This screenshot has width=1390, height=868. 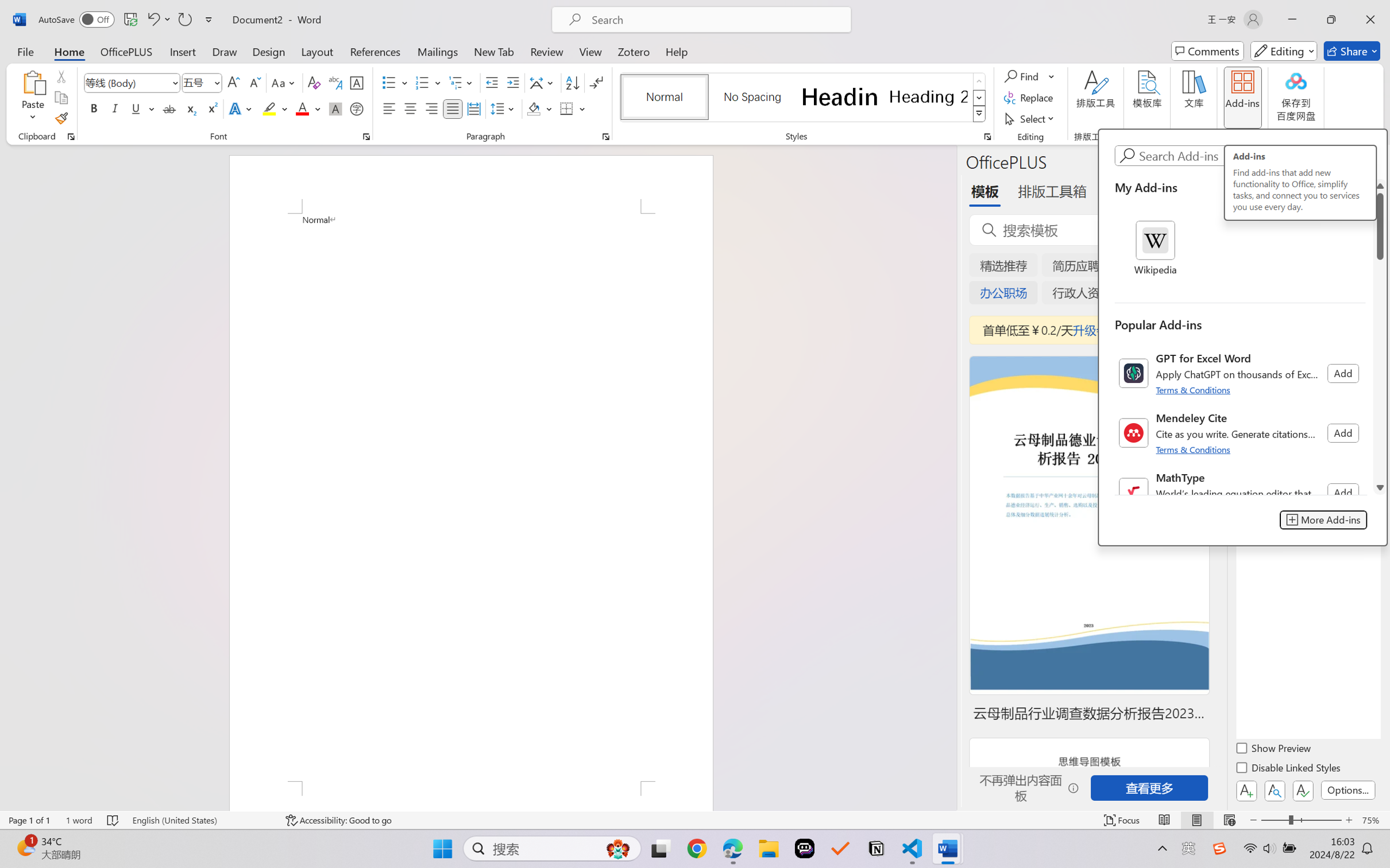 I want to click on 'Paragraph...', so click(x=605, y=136).